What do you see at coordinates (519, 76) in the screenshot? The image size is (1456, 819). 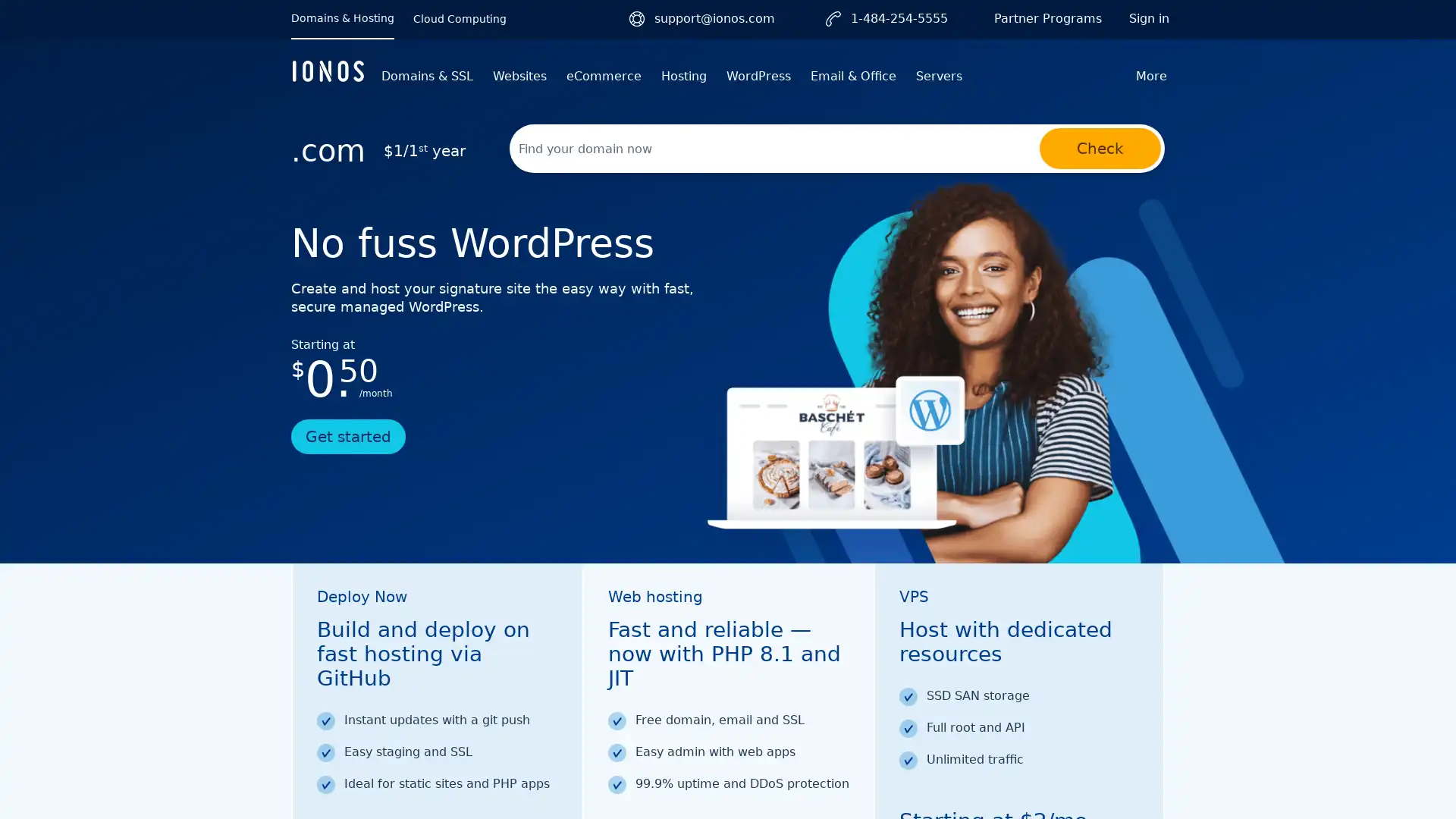 I see `Websites` at bounding box center [519, 76].